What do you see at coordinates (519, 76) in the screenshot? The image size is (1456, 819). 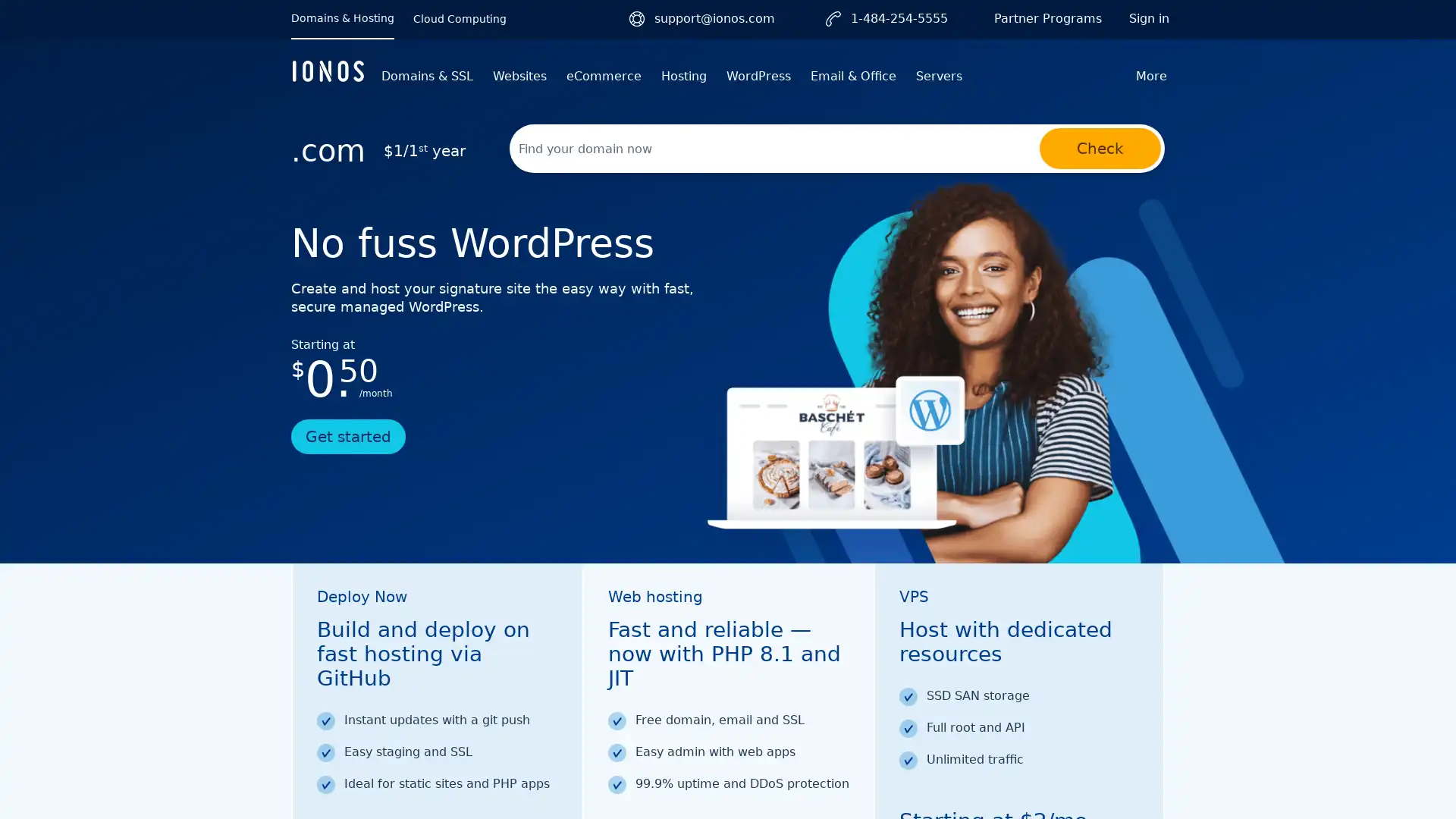 I see `Websites` at bounding box center [519, 76].